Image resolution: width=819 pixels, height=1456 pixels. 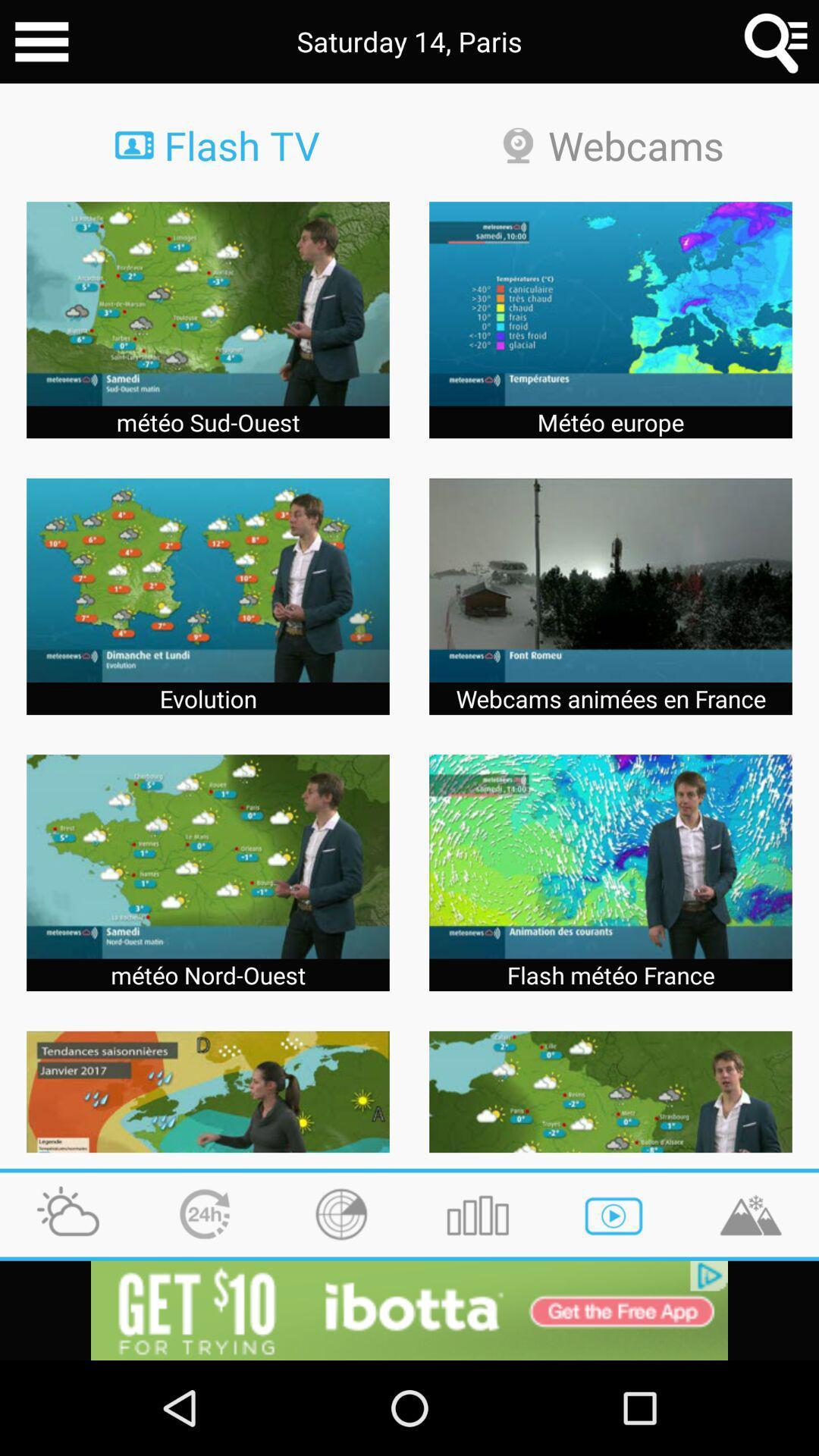 I want to click on search, so click(x=777, y=42).